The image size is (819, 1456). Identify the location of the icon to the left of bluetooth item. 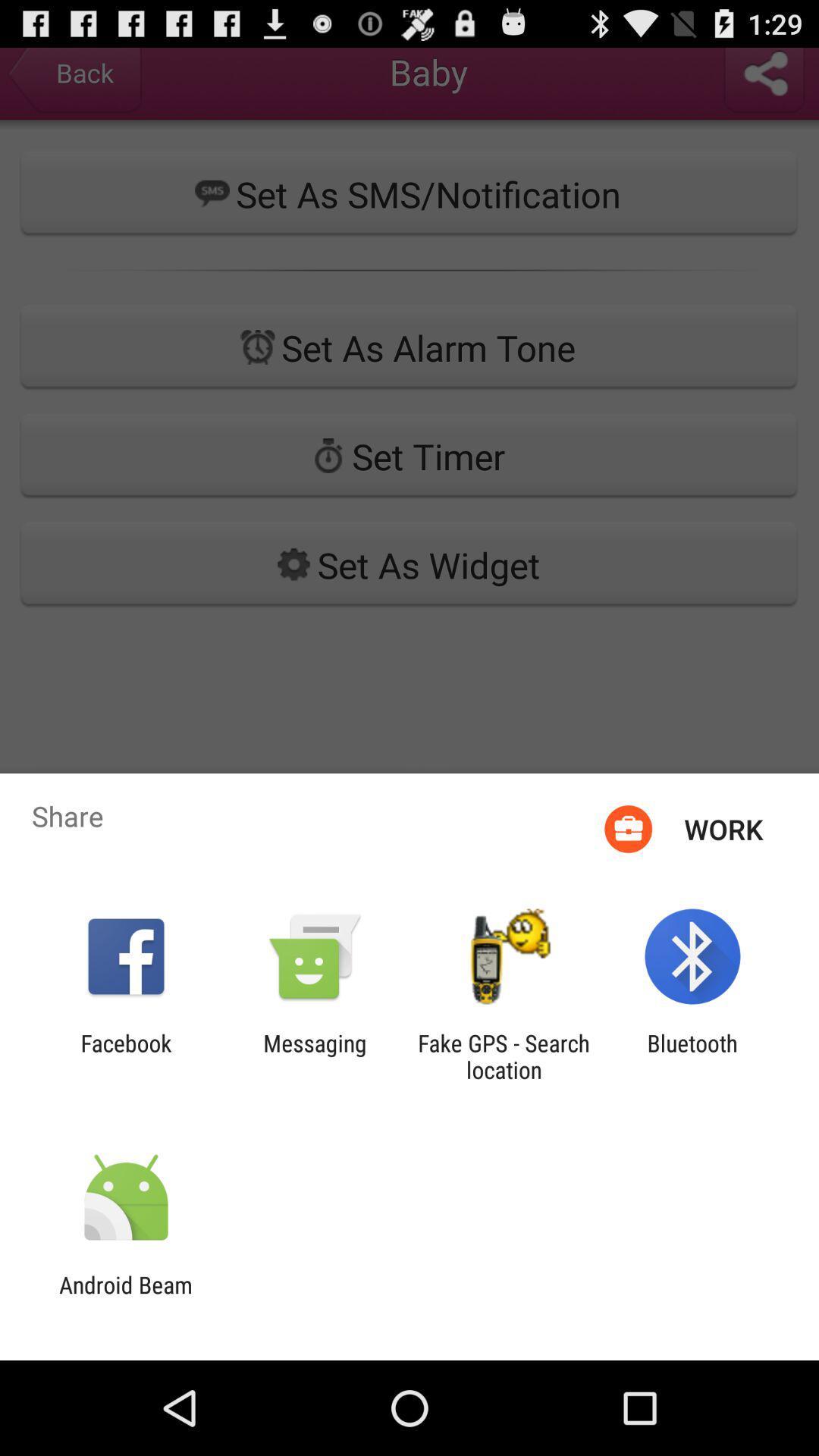
(504, 1056).